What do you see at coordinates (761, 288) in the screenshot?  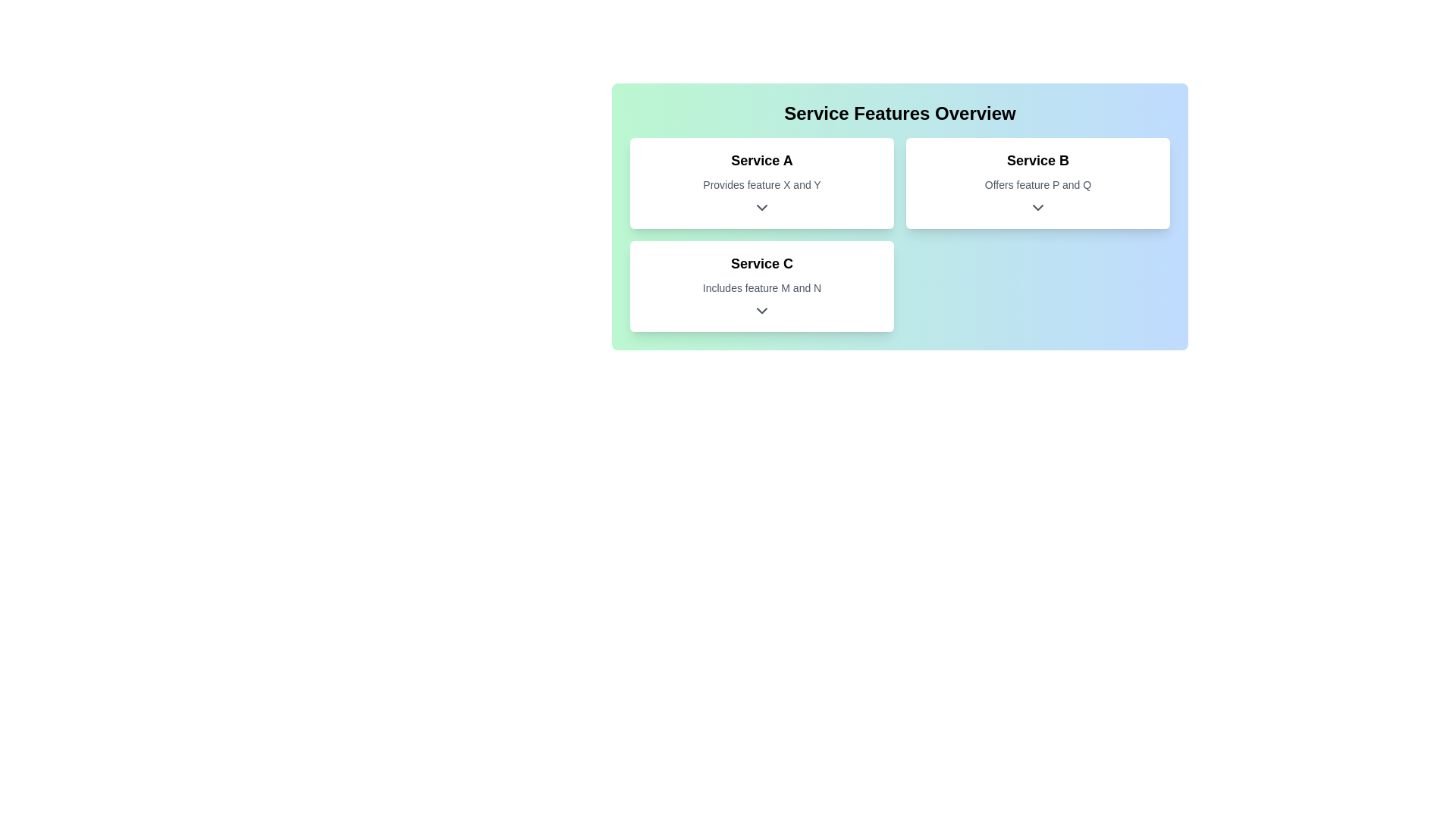 I see `the static text that says 'Includes feature M and N', which is styled in light gray and positioned below the title 'Service C' in the second card of the services grid` at bounding box center [761, 288].